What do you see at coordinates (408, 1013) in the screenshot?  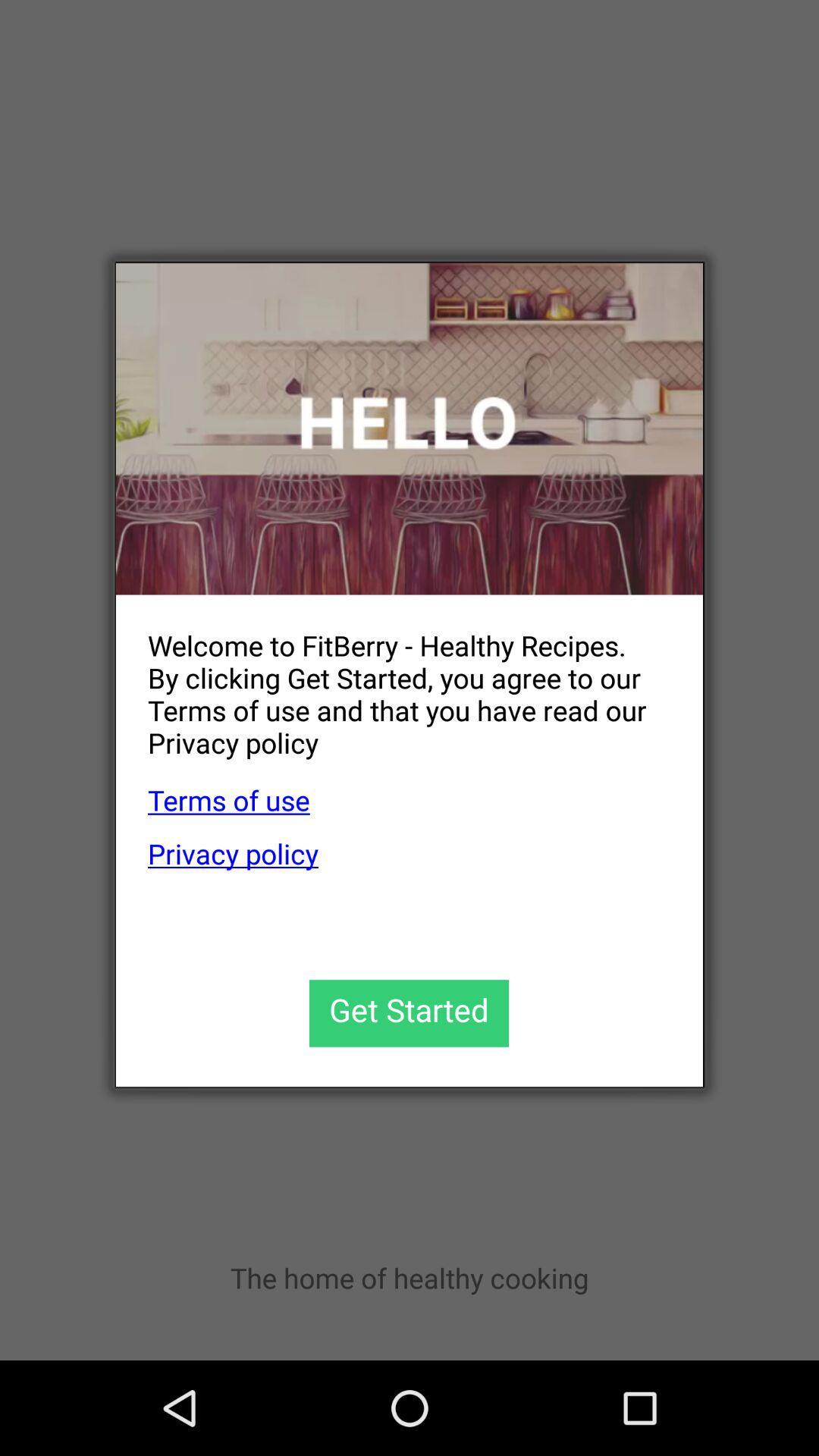 I see `agree to terms of service and start app` at bounding box center [408, 1013].